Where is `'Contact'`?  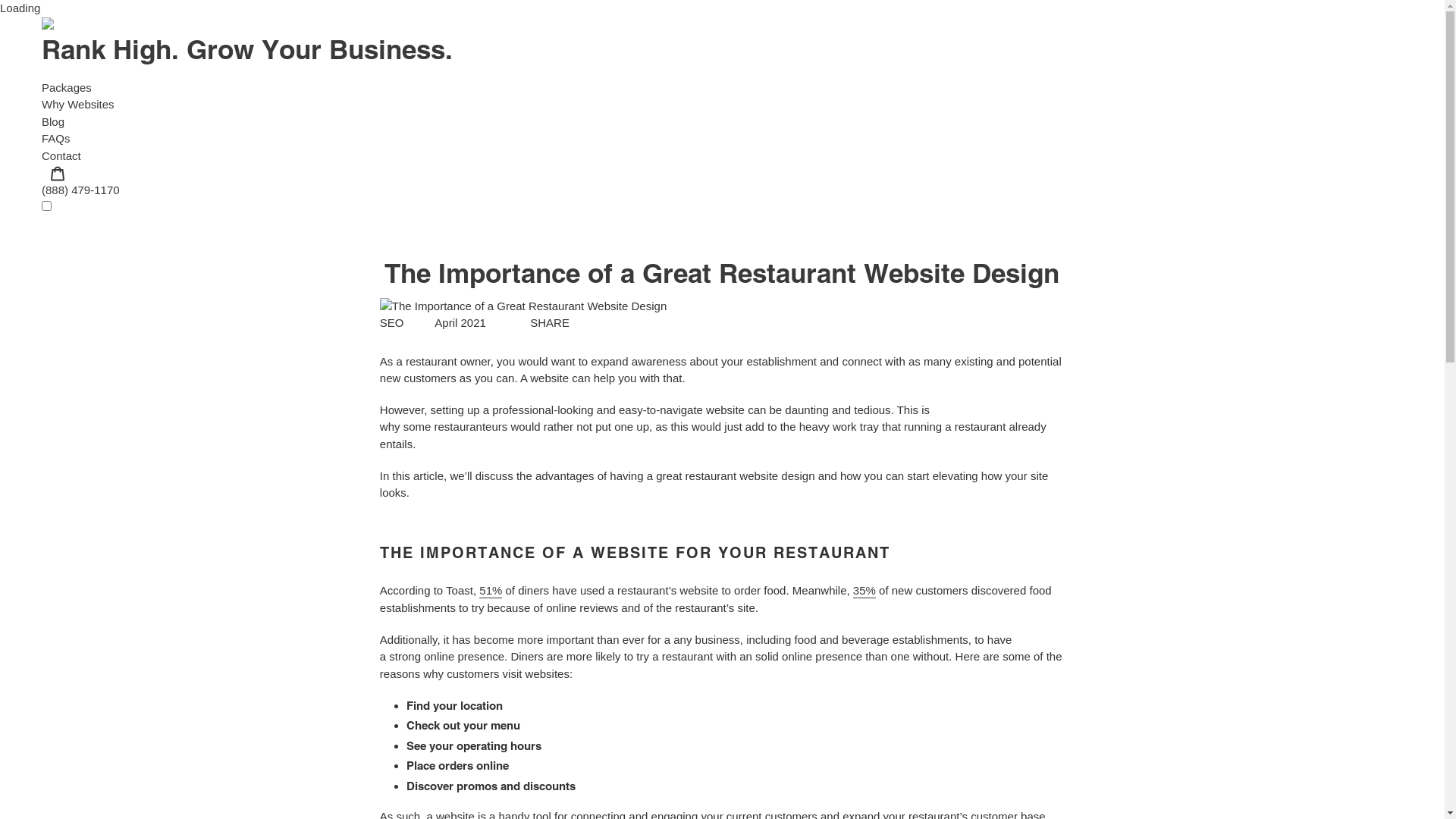 'Contact' is located at coordinates (61, 155).